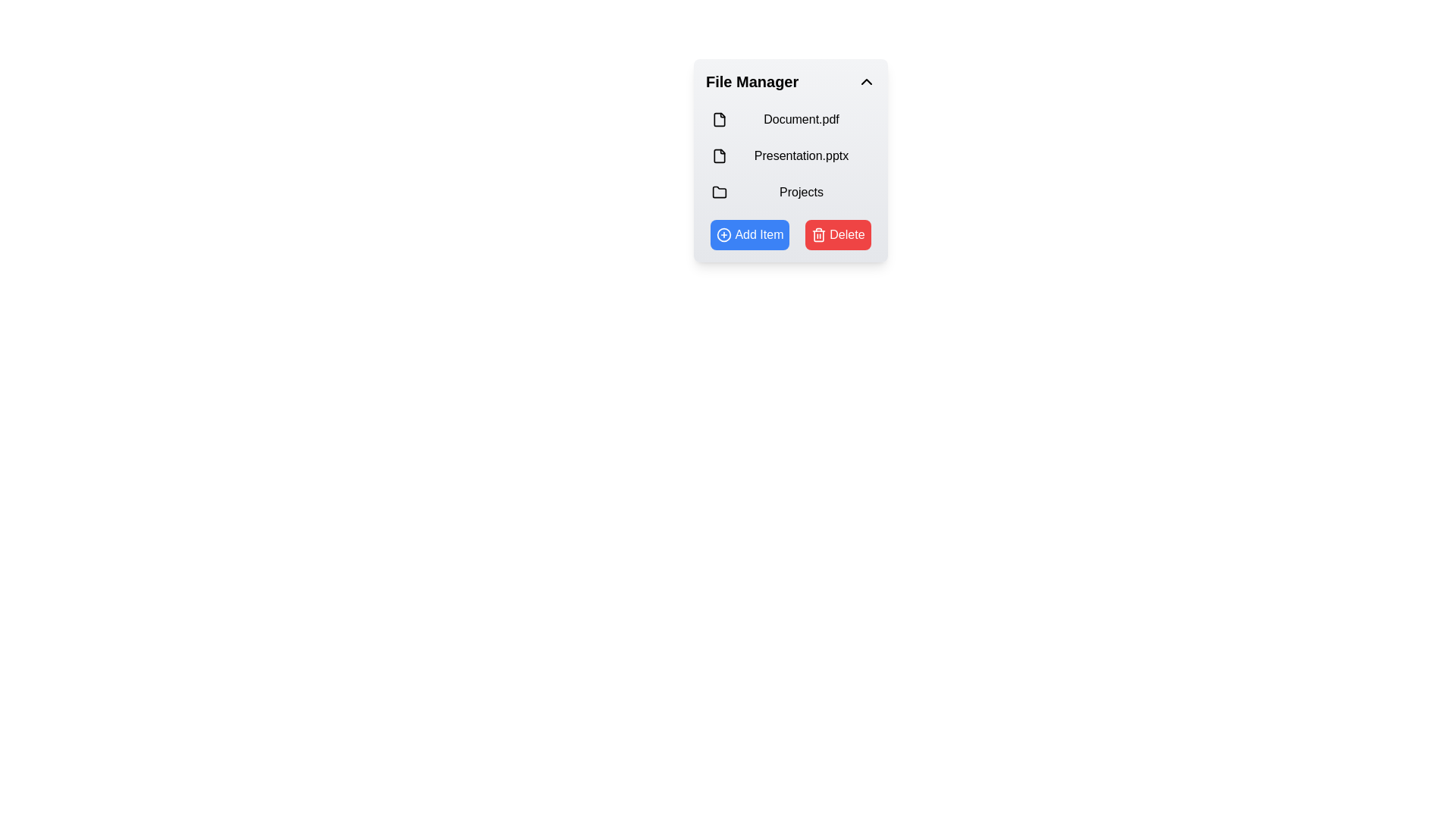  What do you see at coordinates (789, 192) in the screenshot?
I see `the third item in the vertical list within the 'File Manager' section` at bounding box center [789, 192].